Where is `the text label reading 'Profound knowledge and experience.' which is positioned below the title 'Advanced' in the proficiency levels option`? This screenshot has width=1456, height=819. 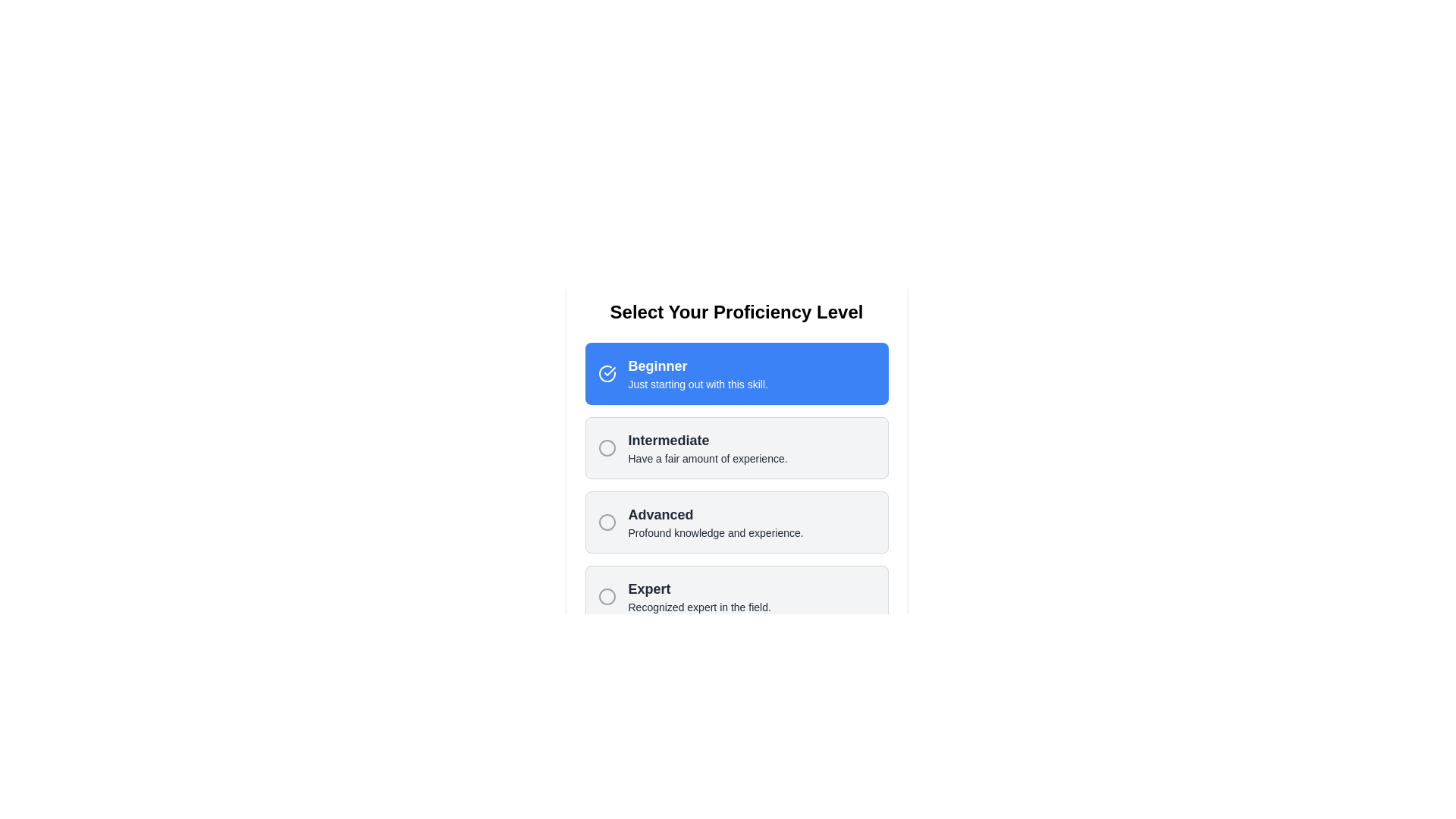 the text label reading 'Profound knowledge and experience.' which is positioned below the title 'Advanced' in the proficiency levels option is located at coordinates (715, 532).